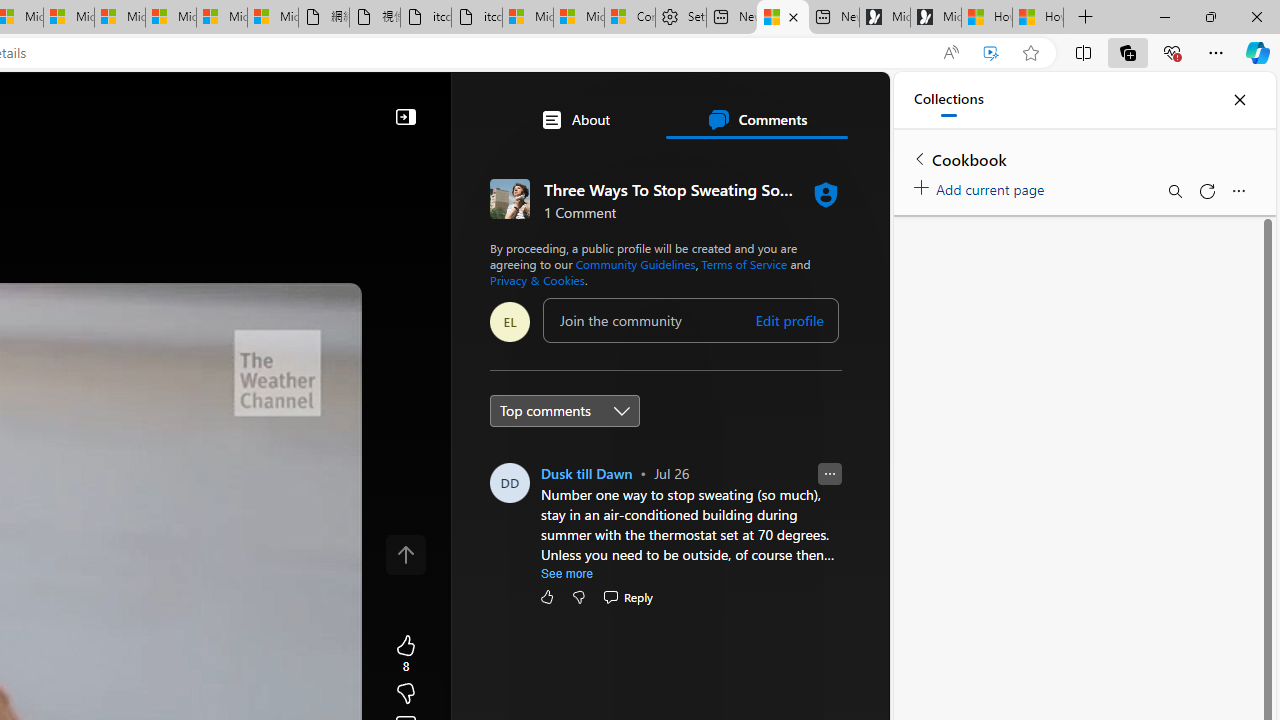 This screenshot has height=720, width=1280. I want to click on 'Back to list of collections', so click(919, 158).